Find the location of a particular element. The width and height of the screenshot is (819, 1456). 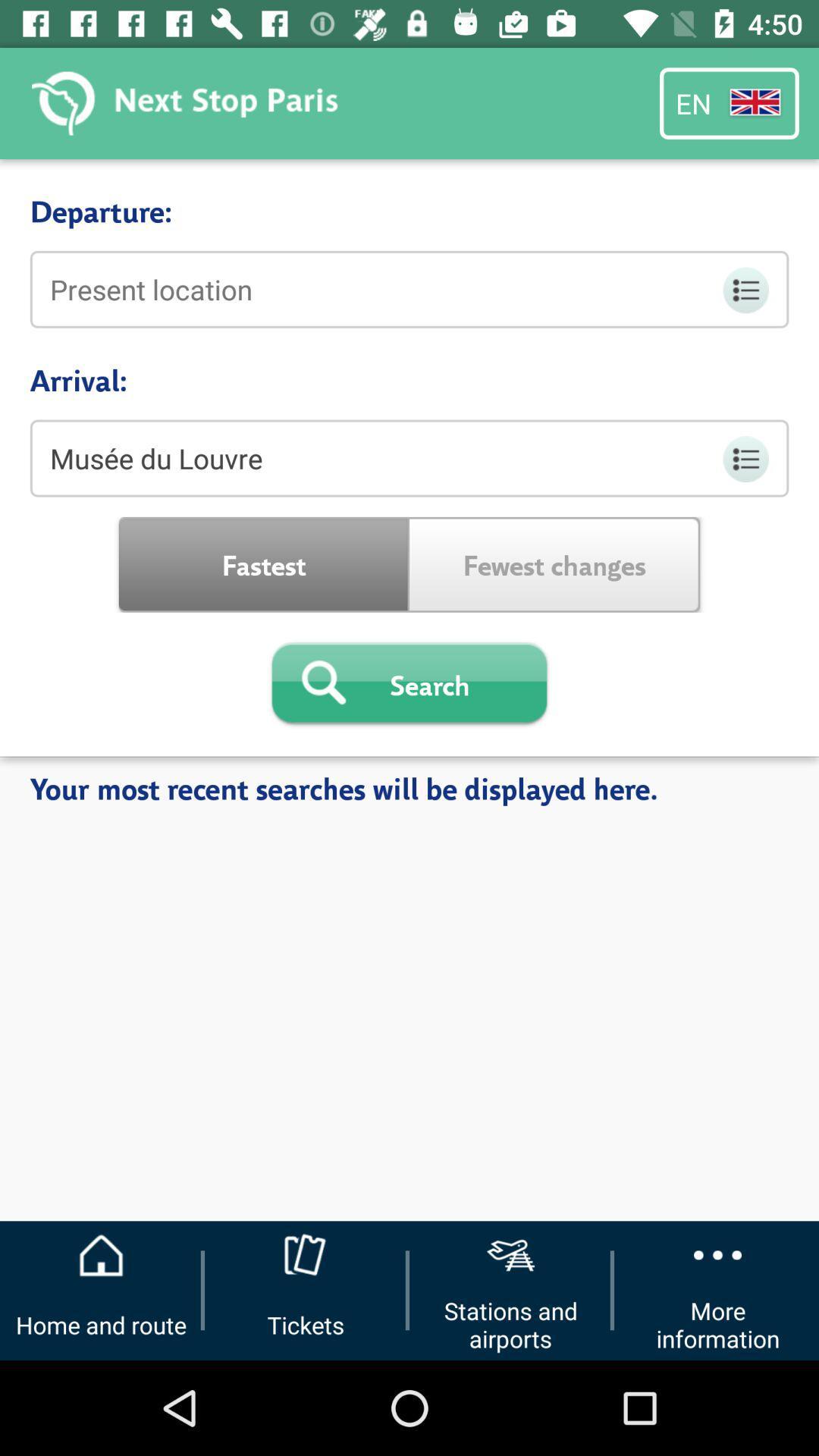

fewest changes item is located at coordinates (554, 563).